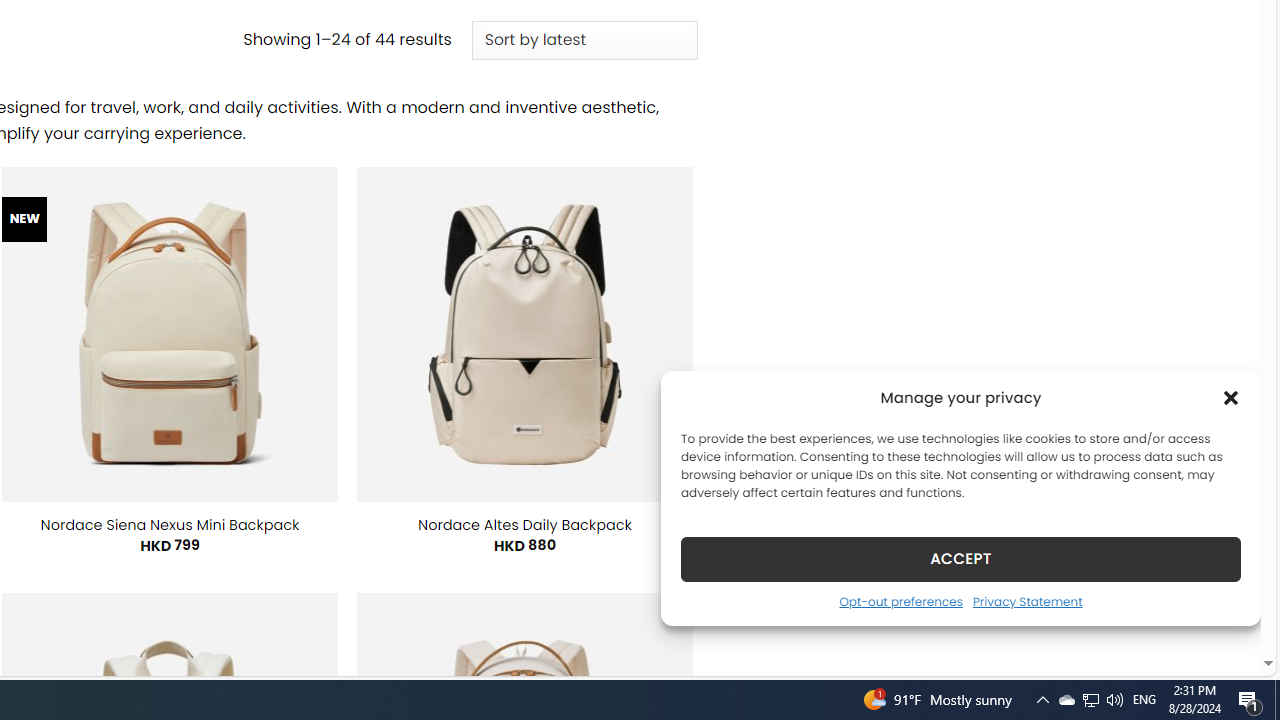 Image resolution: width=1280 pixels, height=720 pixels. Describe the element at coordinates (1230, 397) in the screenshot. I see `'Class: cmplz-close'` at that location.